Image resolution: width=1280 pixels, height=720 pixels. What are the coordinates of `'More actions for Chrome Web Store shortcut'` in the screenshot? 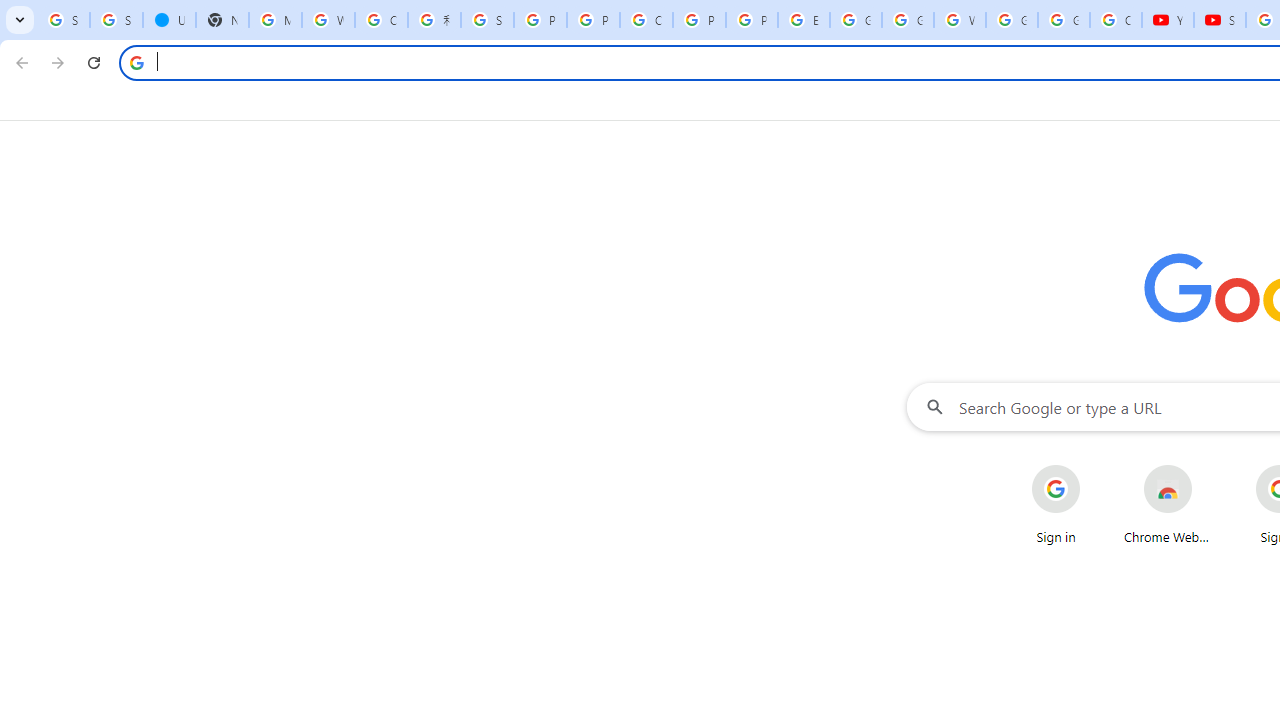 It's located at (1207, 466).